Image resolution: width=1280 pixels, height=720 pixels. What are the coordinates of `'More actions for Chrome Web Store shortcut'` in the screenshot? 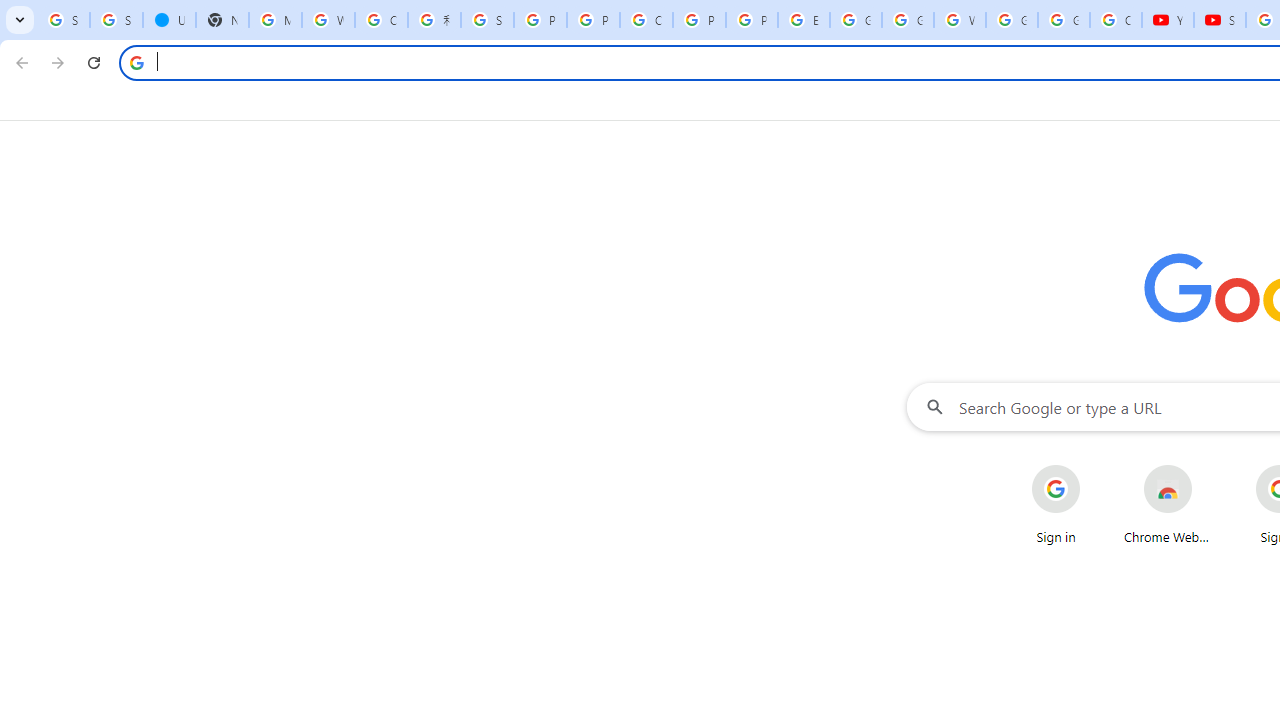 It's located at (1207, 466).